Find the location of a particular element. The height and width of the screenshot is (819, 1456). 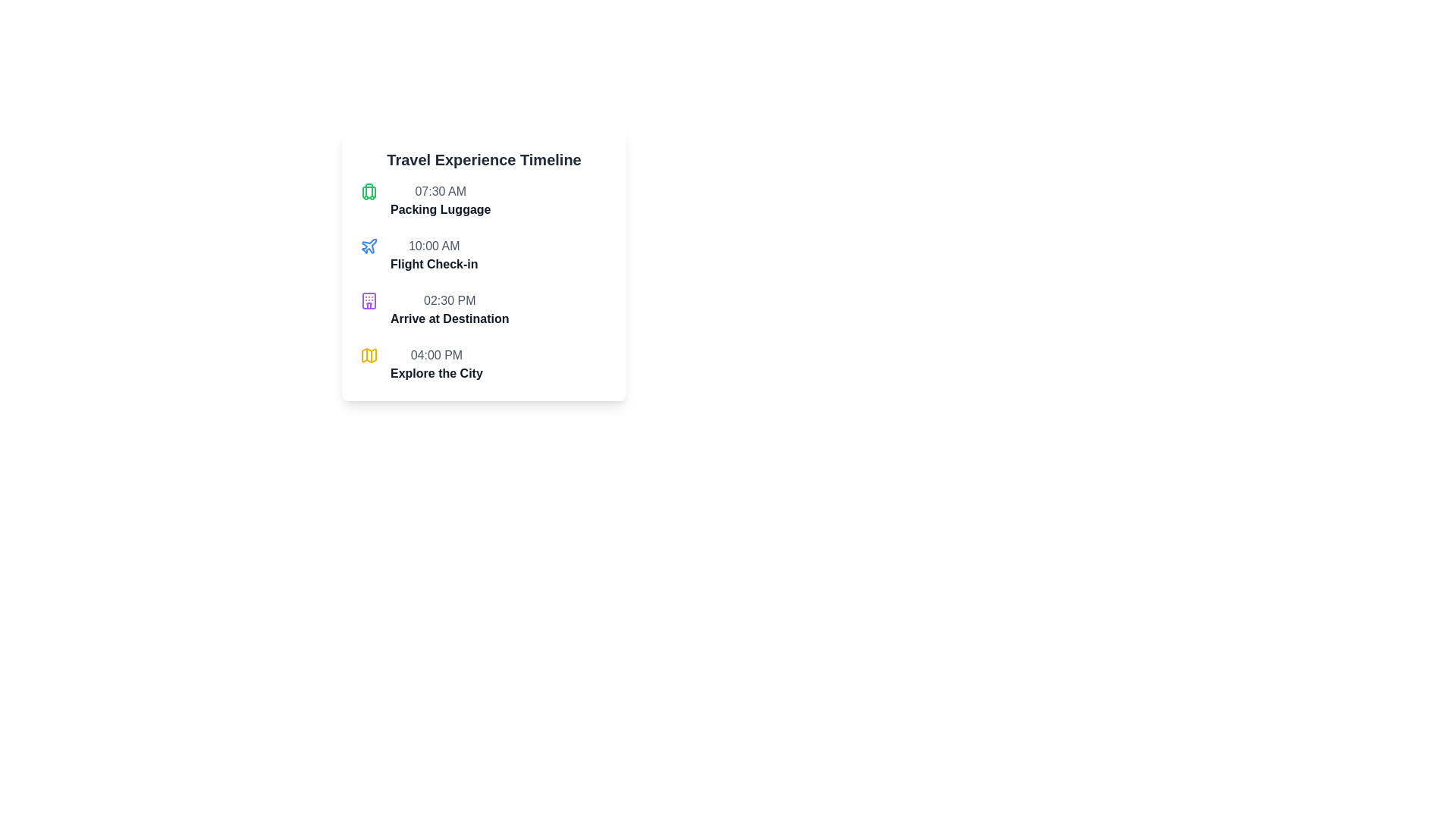

the first Timeline event item displaying 'Packing Luggage' with a time indicator '07:30 AM' and a green luggage icon is located at coordinates (483, 200).